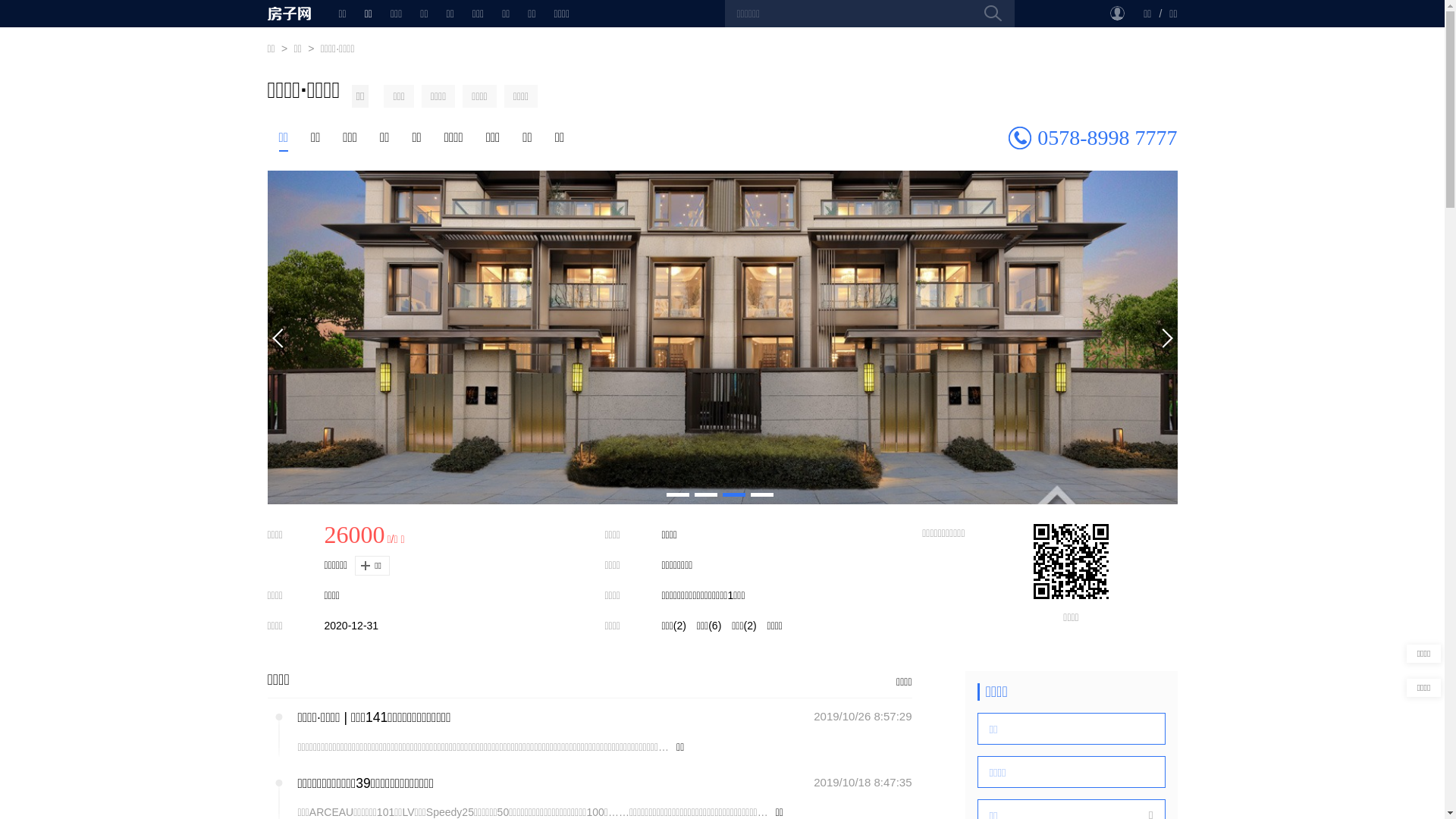  Describe the element at coordinates (1153, 336) in the screenshot. I see `'Next'` at that location.